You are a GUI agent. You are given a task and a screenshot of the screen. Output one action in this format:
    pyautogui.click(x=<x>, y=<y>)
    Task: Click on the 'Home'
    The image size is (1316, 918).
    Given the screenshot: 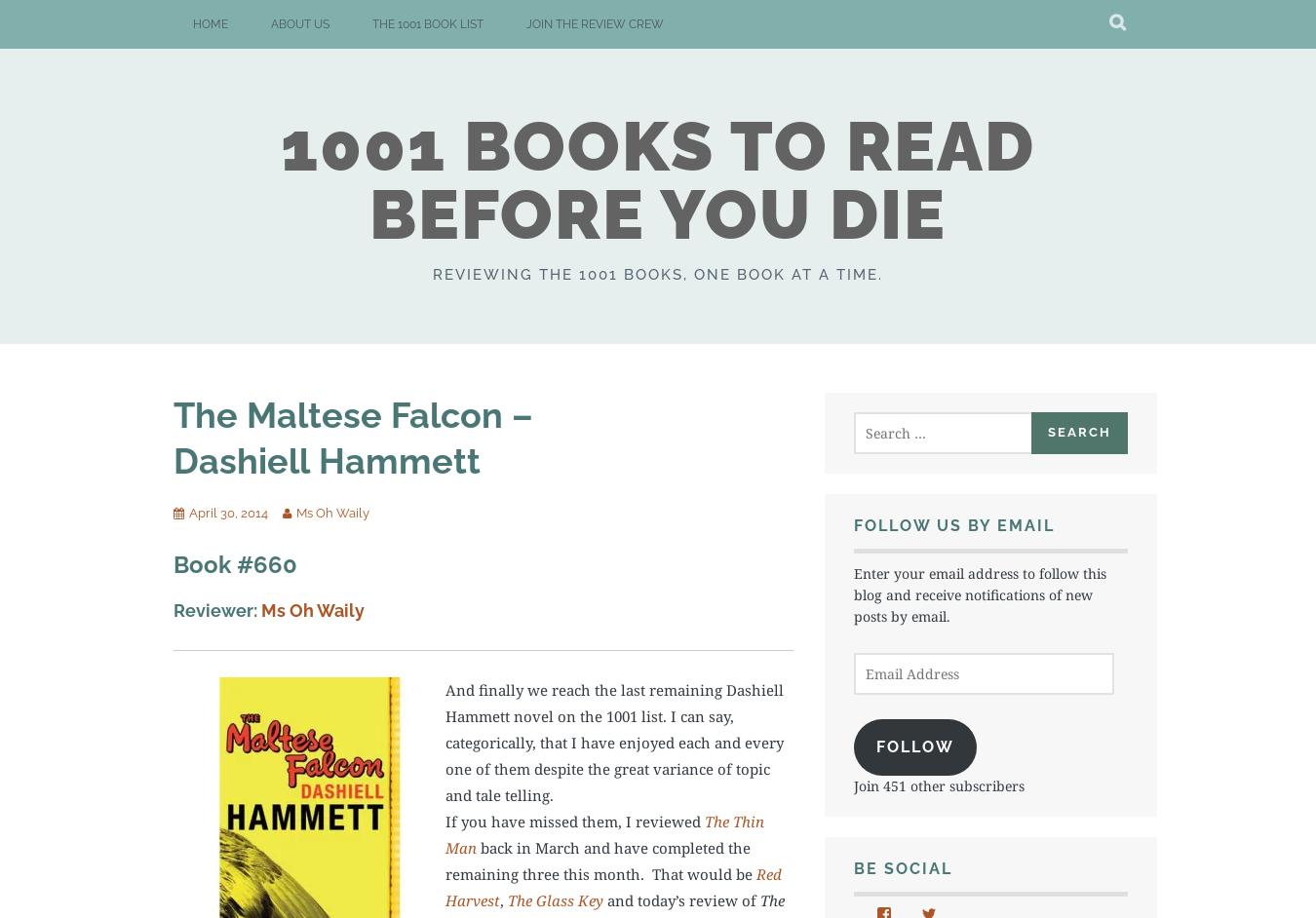 What is the action you would take?
    pyautogui.click(x=211, y=23)
    